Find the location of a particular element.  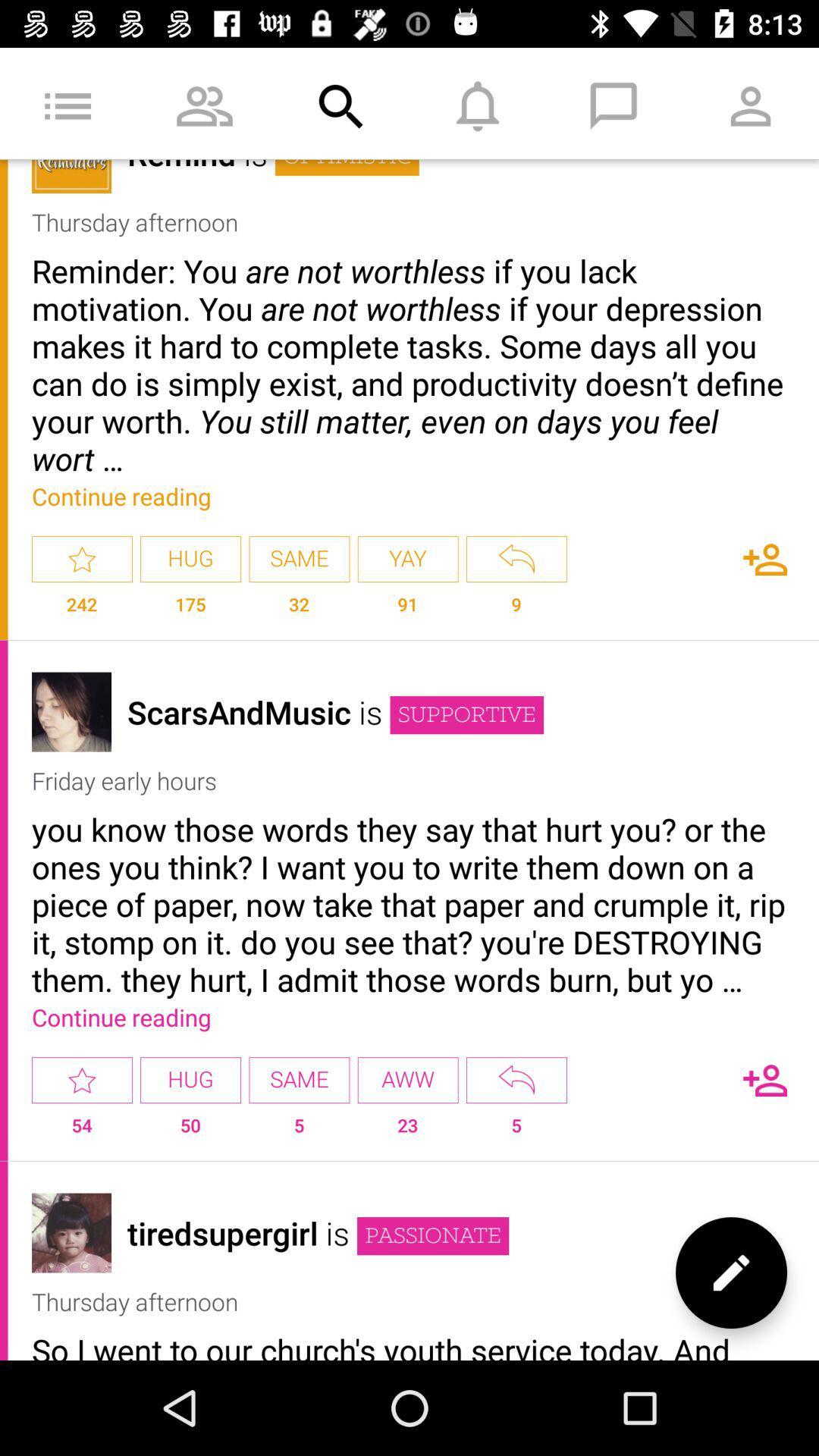

item to the left of hug app is located at coordinates (82, 1079).